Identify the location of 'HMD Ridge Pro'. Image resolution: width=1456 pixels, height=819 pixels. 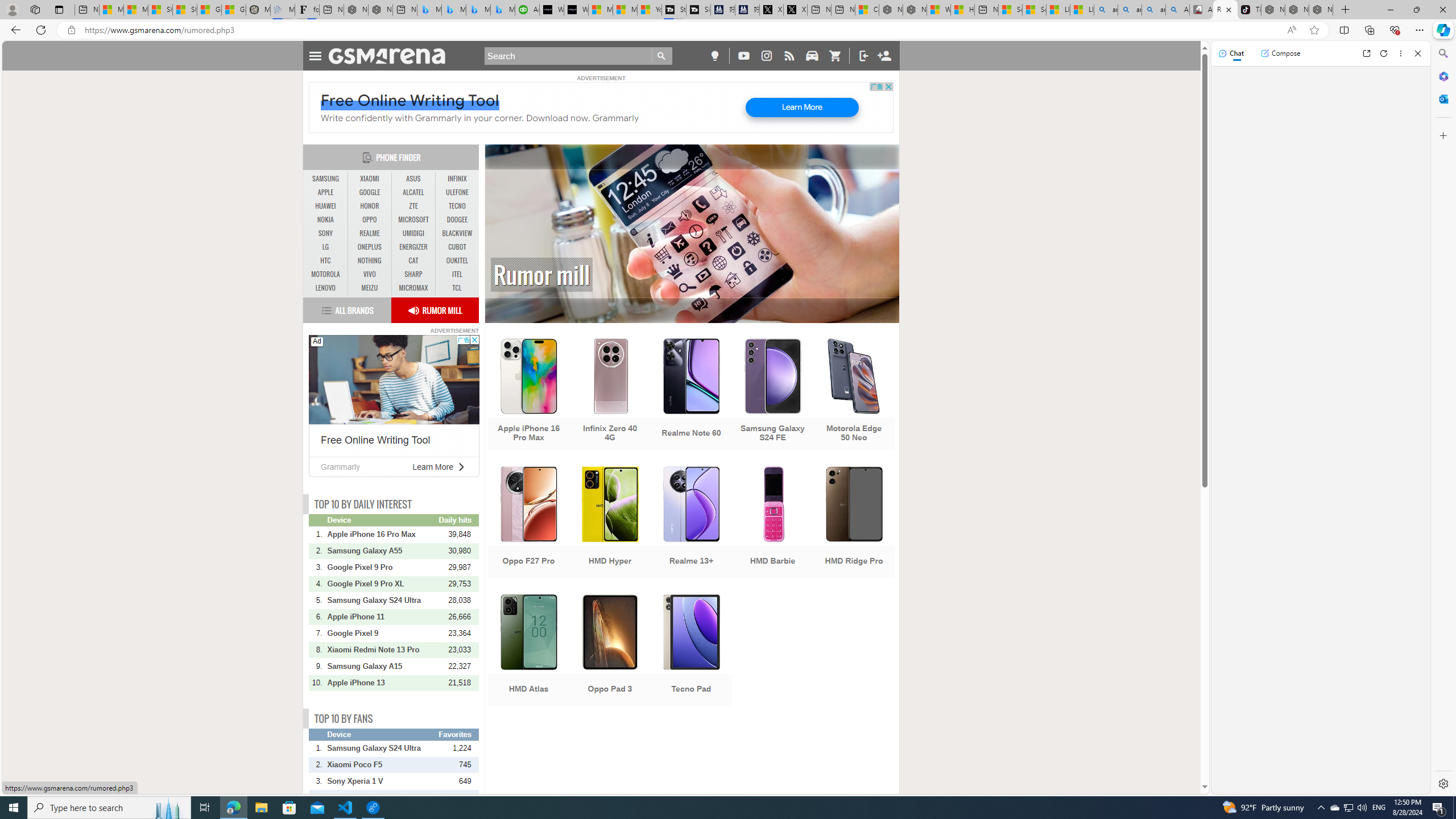
(853, 523).